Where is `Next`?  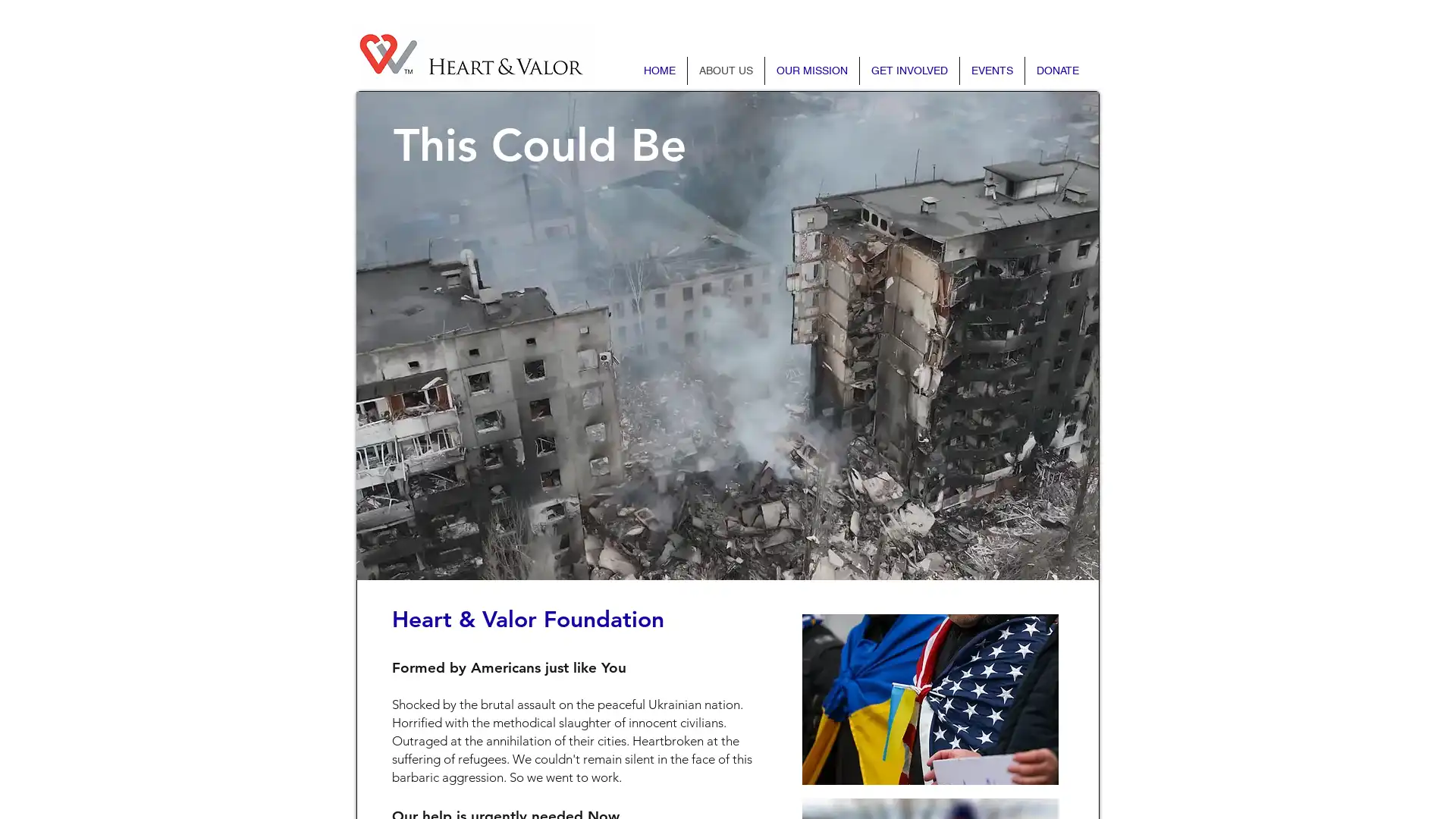
Next is located at coordinates (1043, 334).